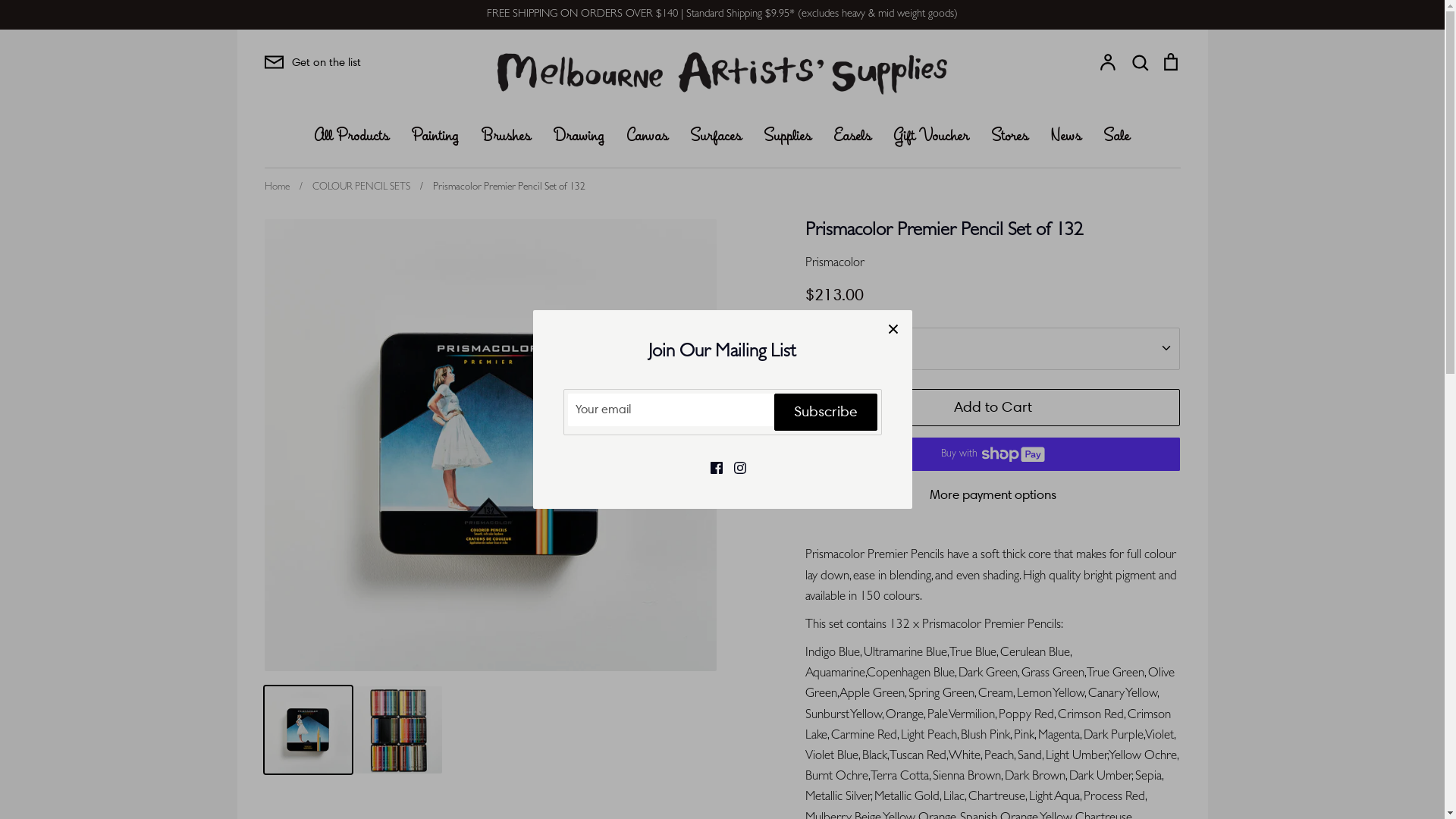 The image size is (1456, 819). I want to click on 'Drawing', so click(578, 136).